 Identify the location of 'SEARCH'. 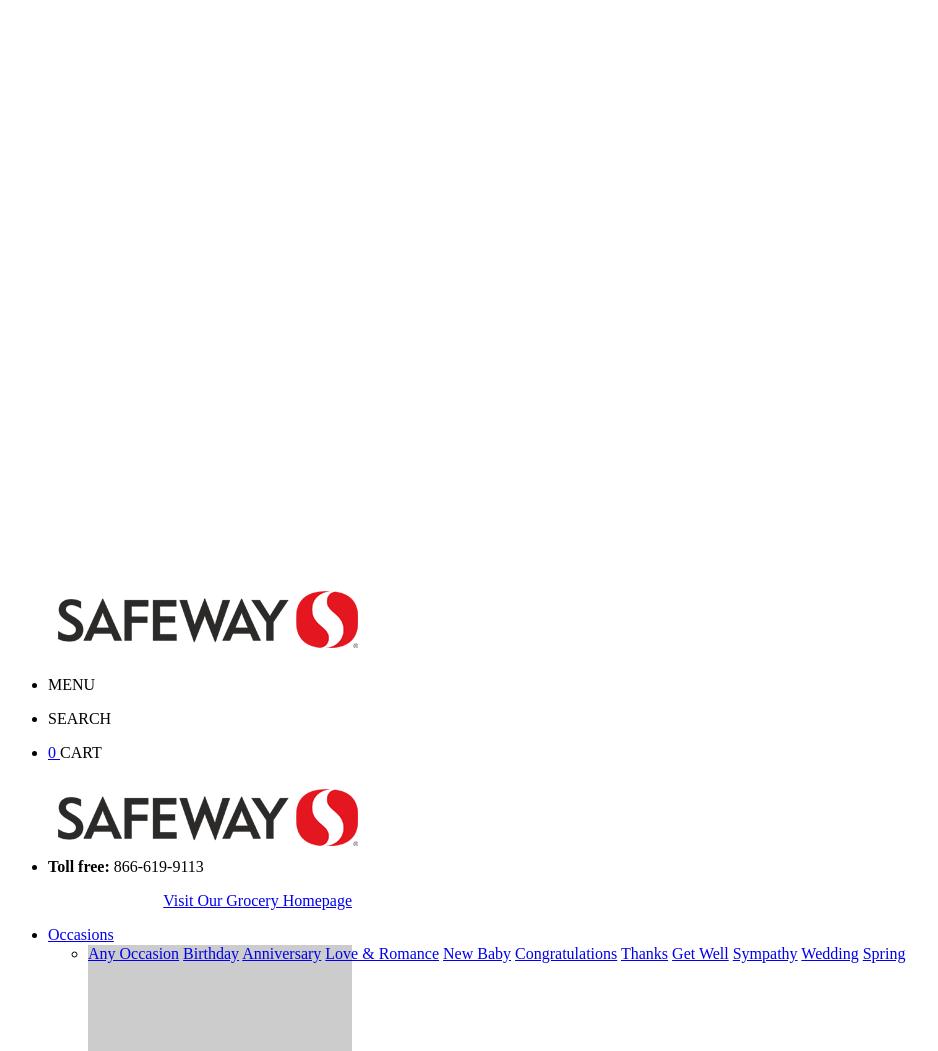
(79, 717).